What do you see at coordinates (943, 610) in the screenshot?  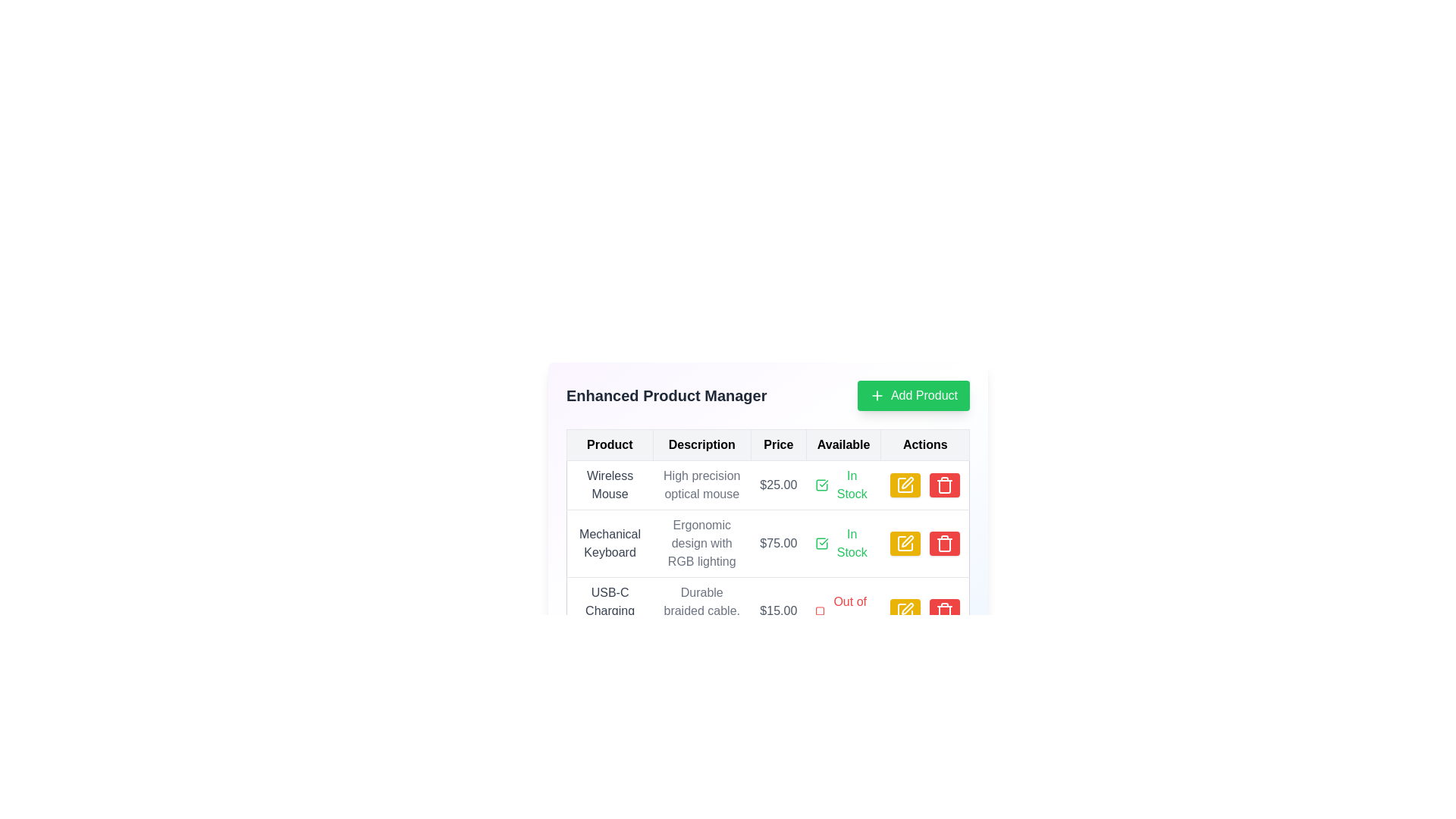 I see `the red button with a white trash can icon located in the 'Actions' column of the table corresponding to the product 'USB-C Charging Cable'` at bounding box center [943, 610].